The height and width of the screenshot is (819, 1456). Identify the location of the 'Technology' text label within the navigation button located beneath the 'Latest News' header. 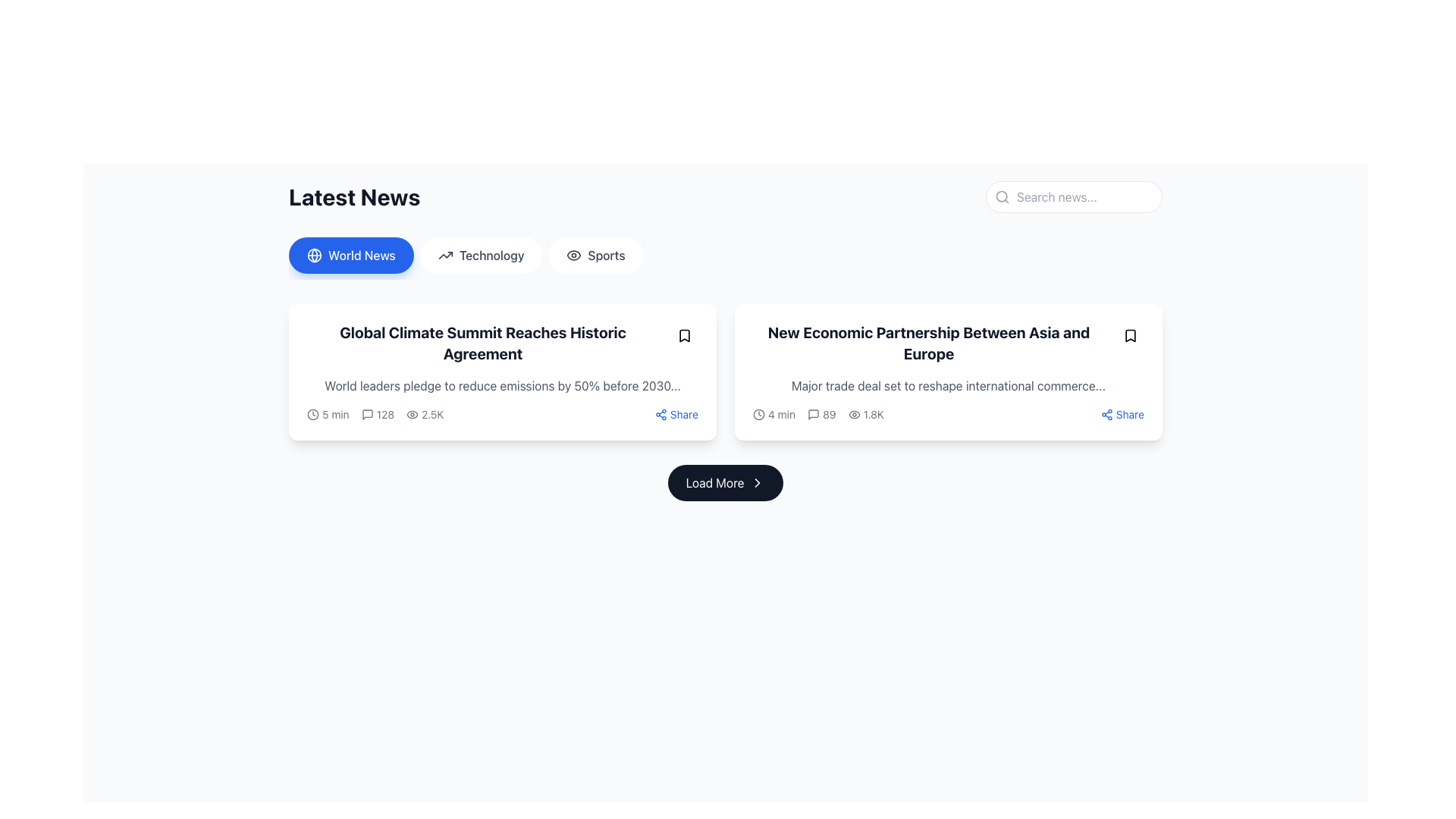
(491, 254).